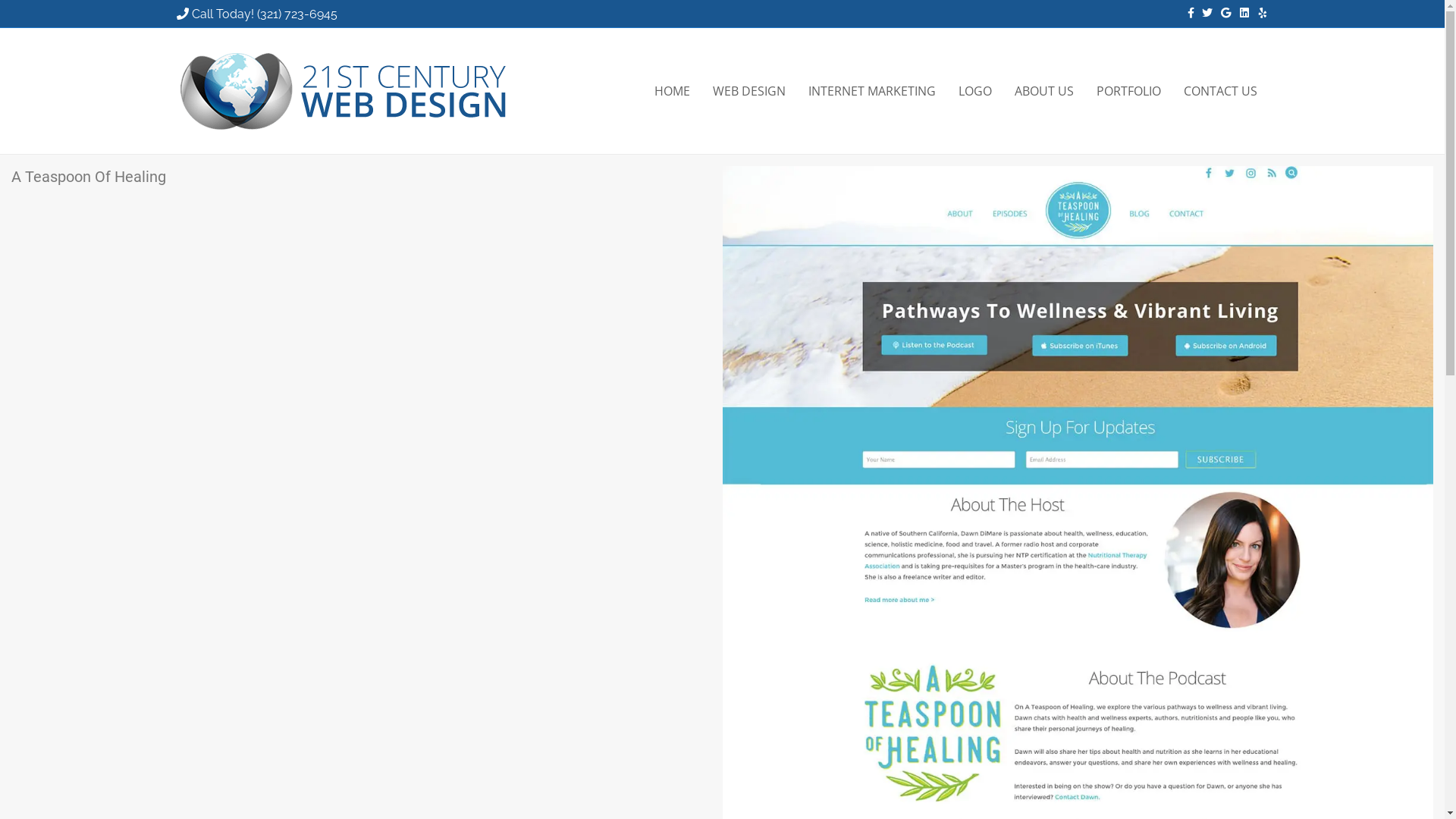 This screenshot has width=1456, height=819. Describe the element at coordinates (1230, 11) in the screenshot. I see `'Linkedin'` at that location.